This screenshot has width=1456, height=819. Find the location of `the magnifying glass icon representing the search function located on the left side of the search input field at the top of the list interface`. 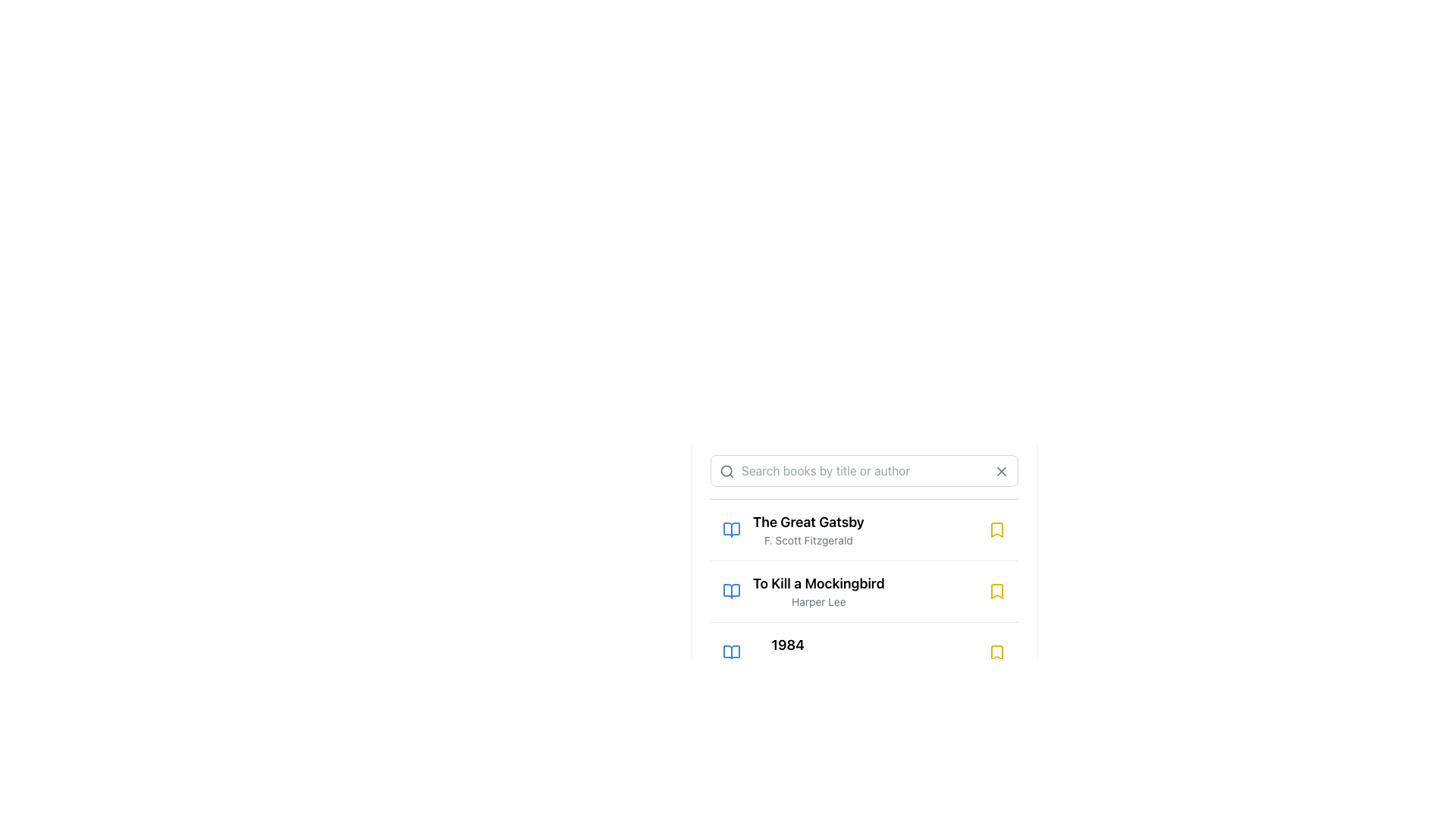

the magnifying glass icon representing the search function located on the left side of the search input field at the top of the list interface is located at coordinates (726, 470).